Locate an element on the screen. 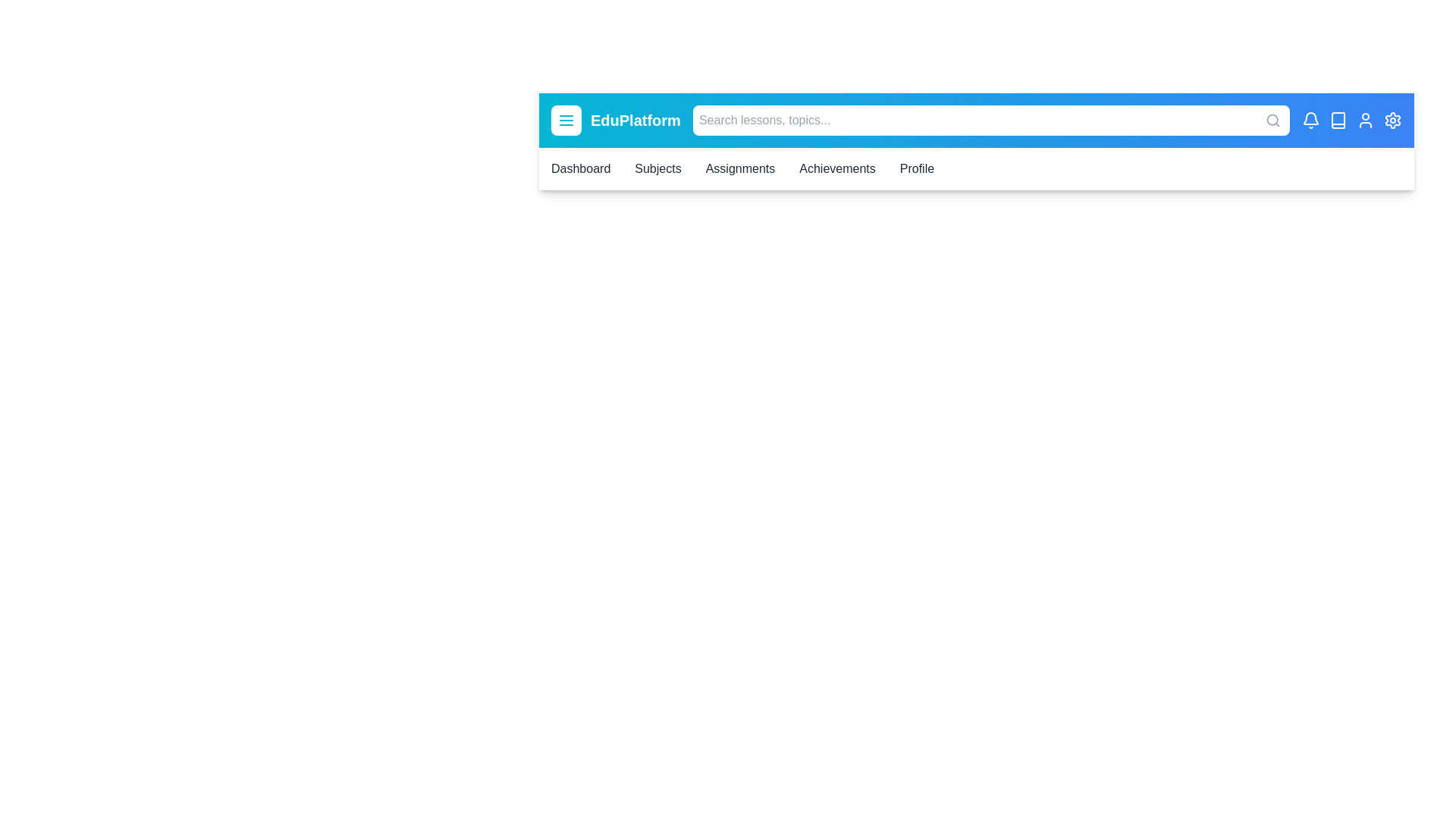 This screenshot has height=819, width=1456. the book icon to interact with it is located at coordinates (1338, 119).